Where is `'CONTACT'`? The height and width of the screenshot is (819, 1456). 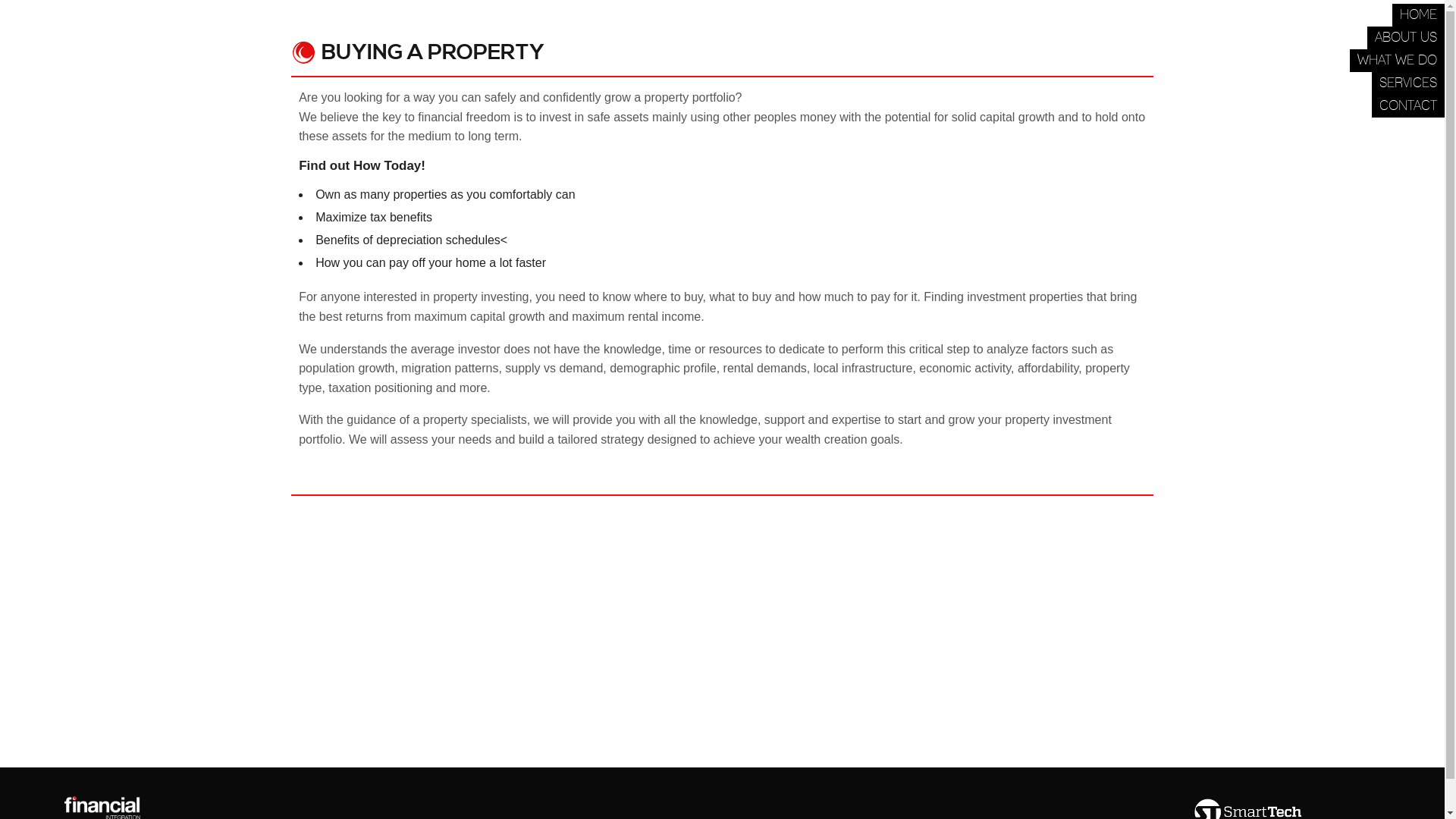
'CONTACT' is located at coordinates (1407, 105).